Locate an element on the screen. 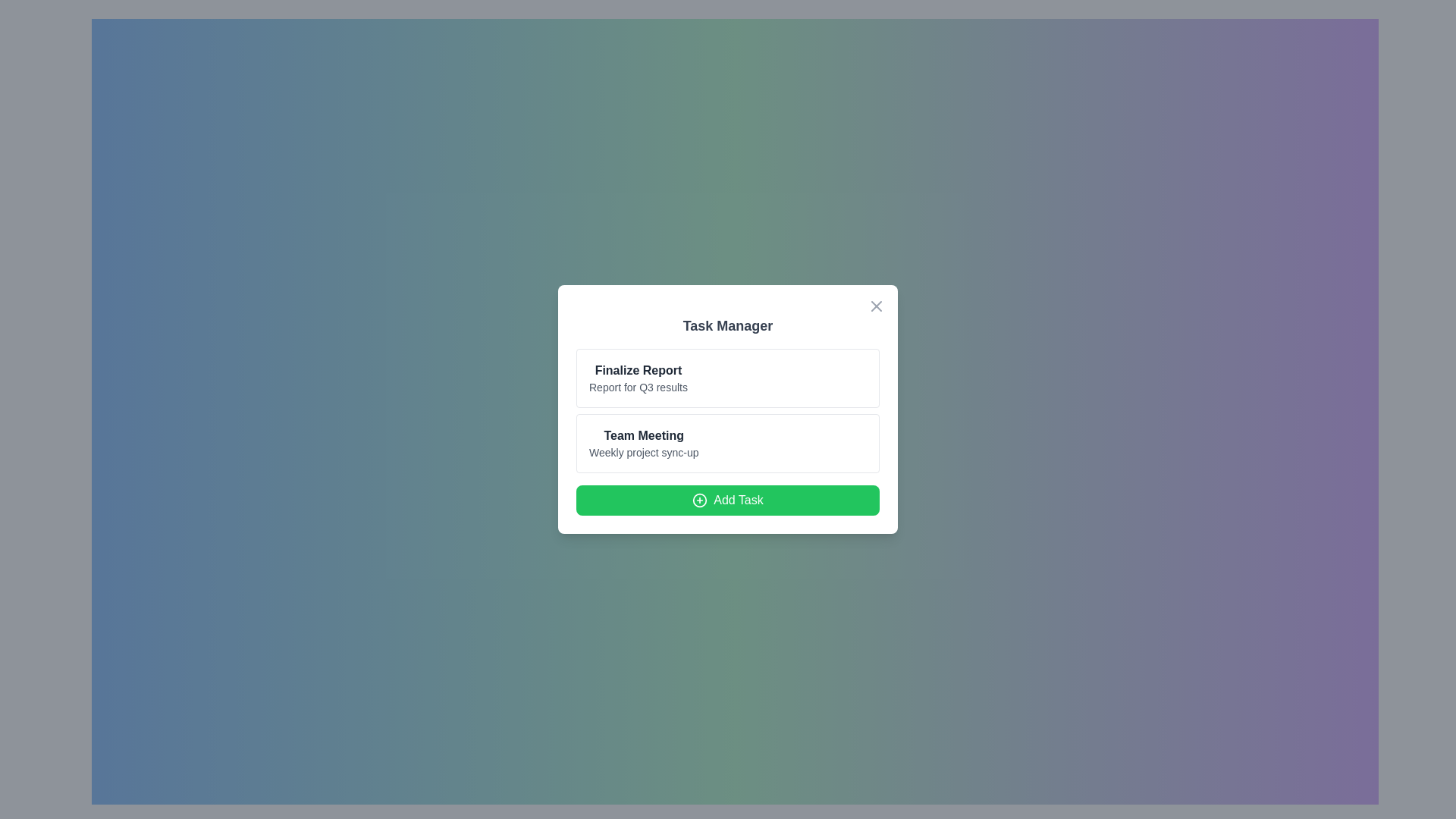  the bold text 'Finalize Report' which is prominently displayed in dark gray within the 'Task Manager' card is located at coordinates (638, 371).